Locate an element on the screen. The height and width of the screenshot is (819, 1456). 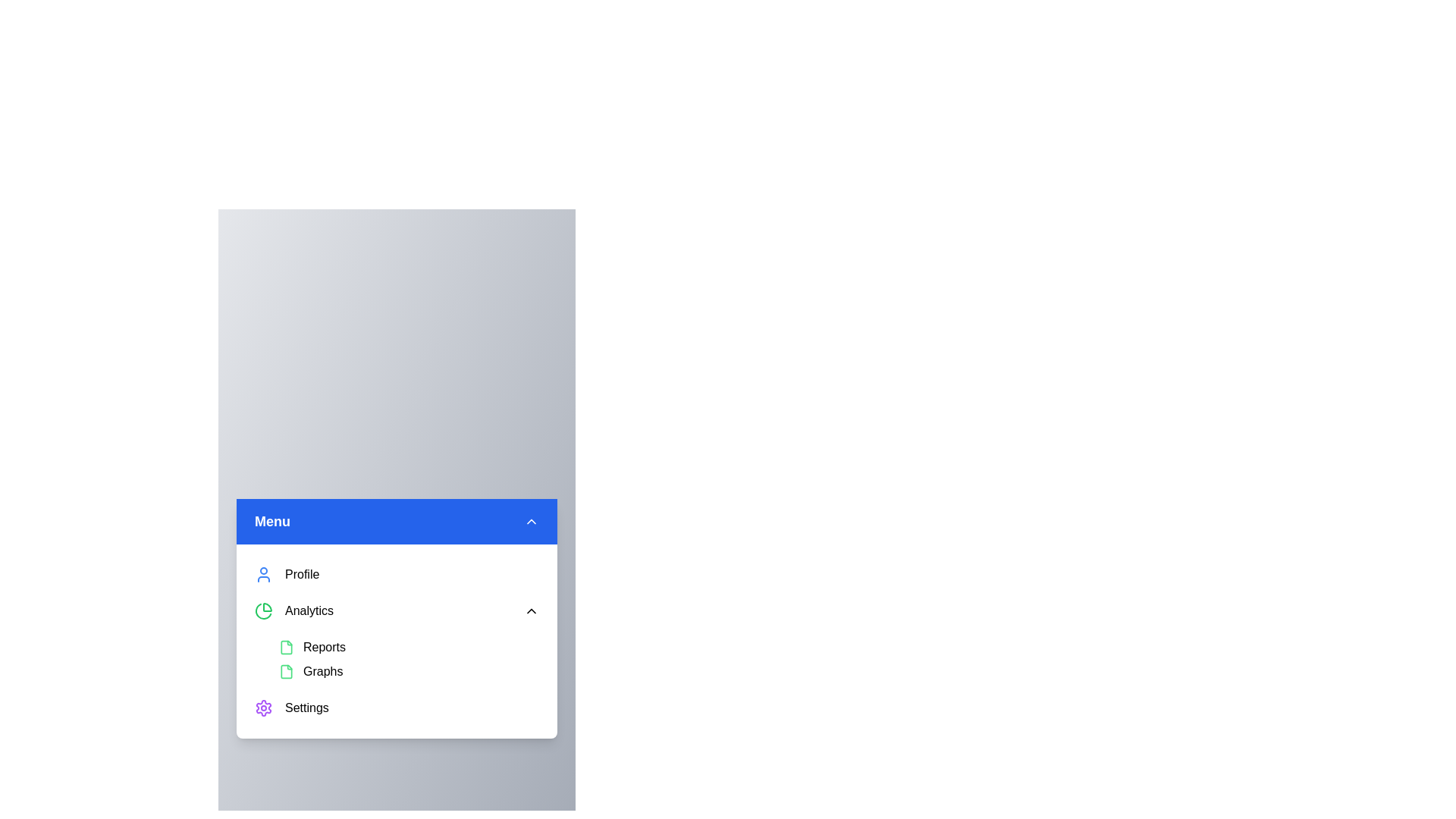
the 'Analytics' icon located in the vertical menu layout for accessibility navigation is located at coordinates (263, 610).